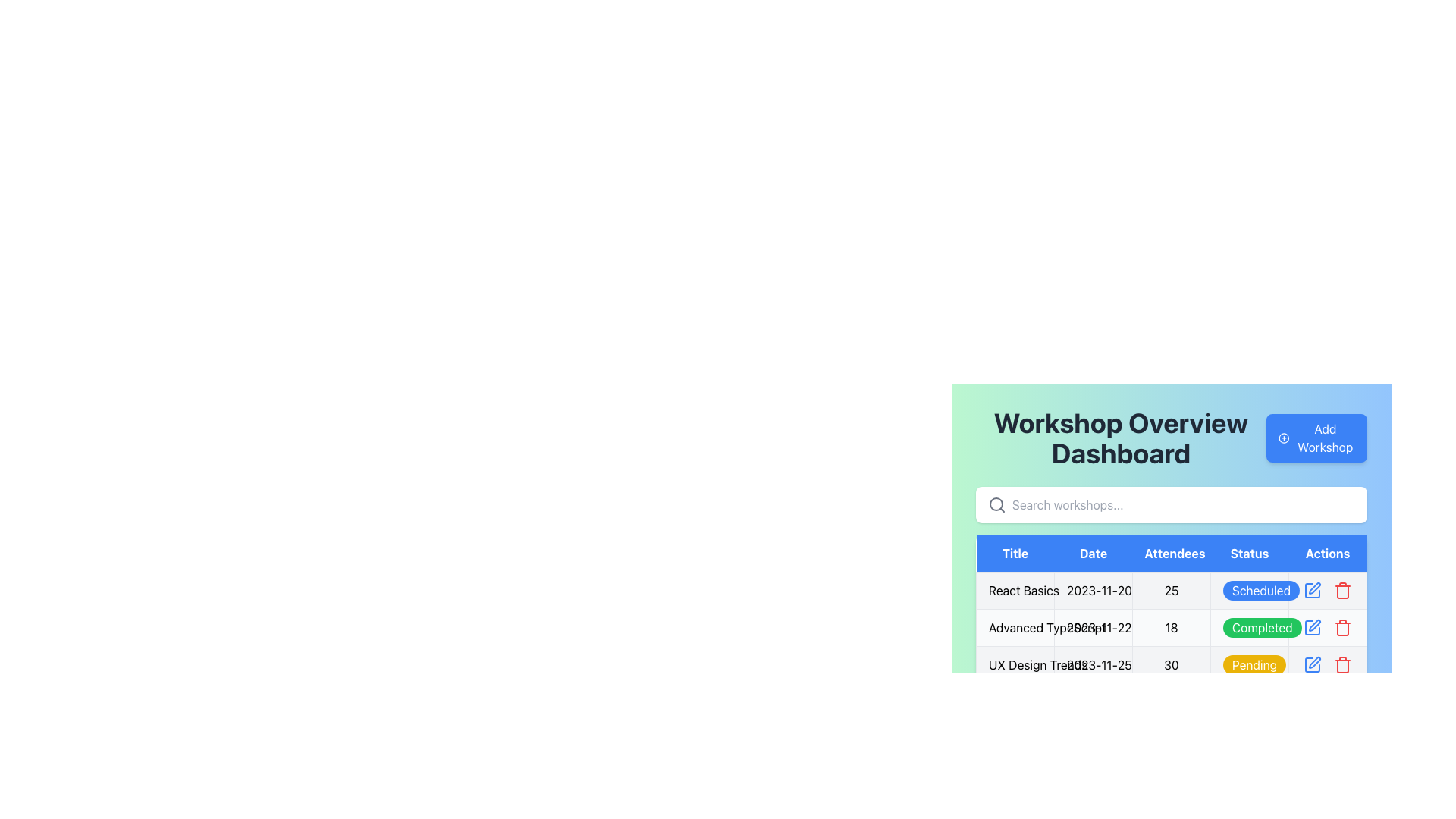 This screenshot has width=1456, height=819. Describe the element at coordinates (1261, 590) in the screenshot. I see `text on the blue rounded rectangular badge labeled 'Scheduled' located in the 'Status' column of the first row in the Workshop Overview Dashboard` at that location.